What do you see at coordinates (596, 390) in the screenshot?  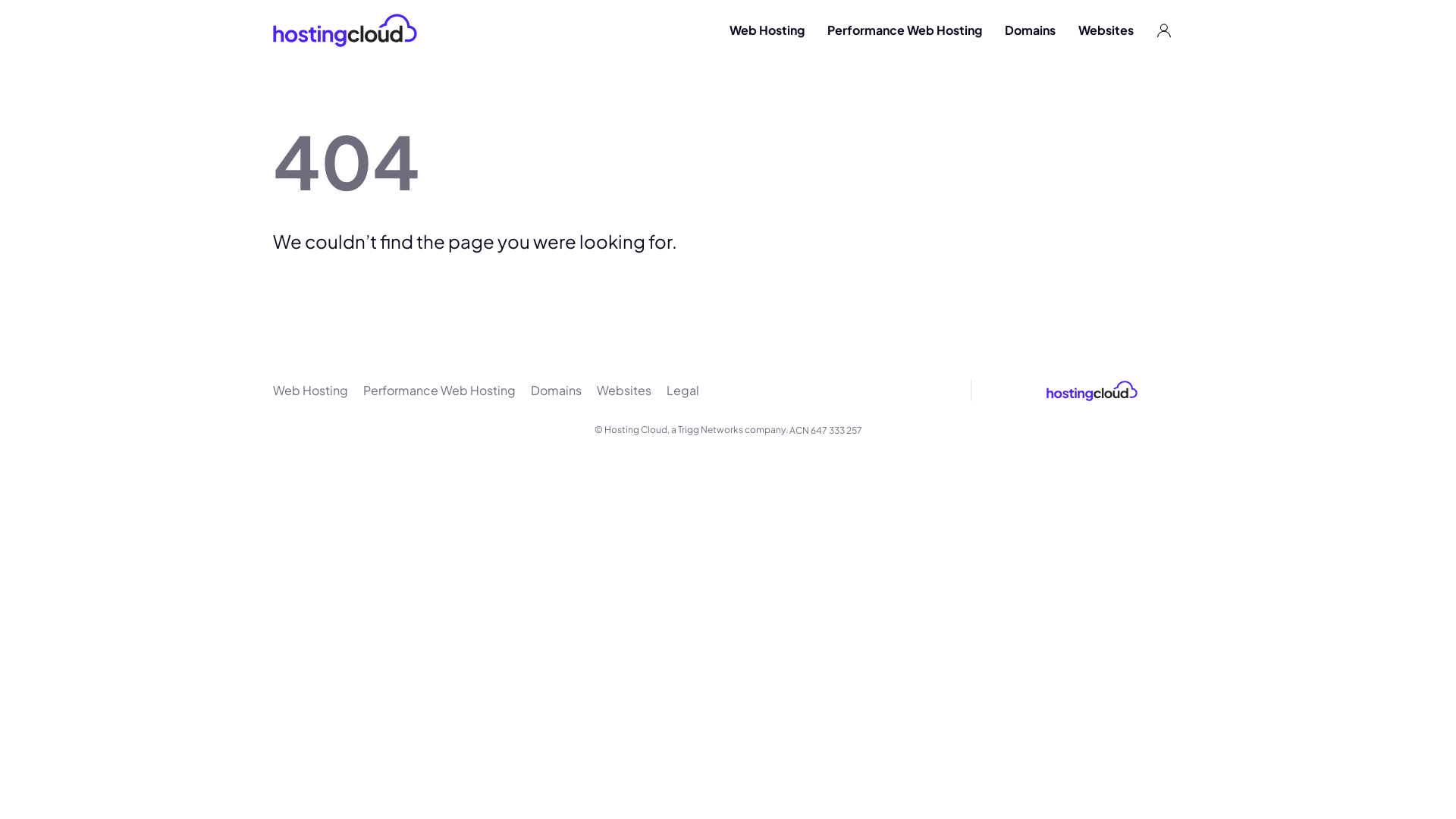 I see `'Websites'` at bounding box center [596, 390].